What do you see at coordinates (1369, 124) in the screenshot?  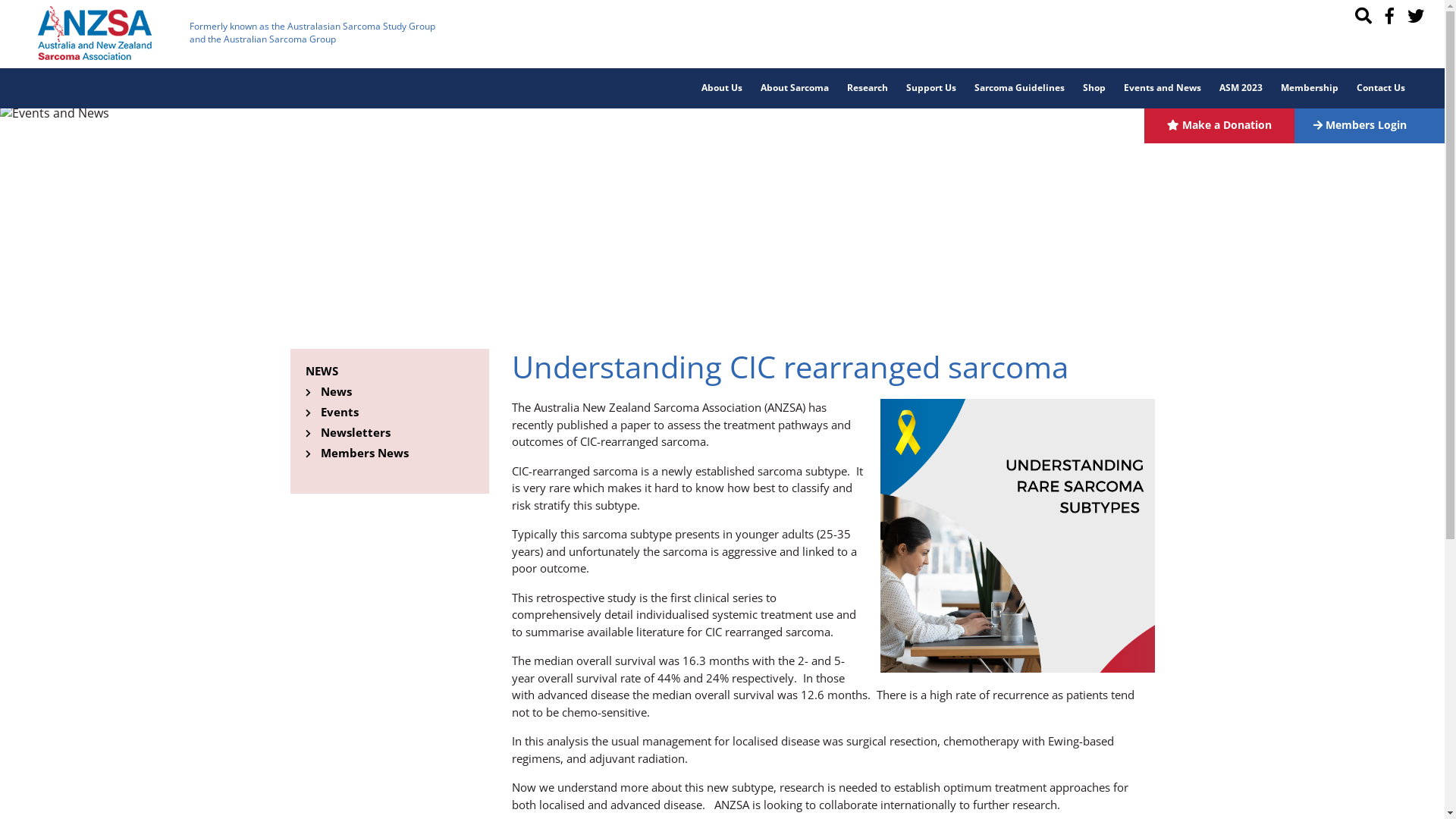 I see `'Members Login'` at bounding box center [1369, 124].